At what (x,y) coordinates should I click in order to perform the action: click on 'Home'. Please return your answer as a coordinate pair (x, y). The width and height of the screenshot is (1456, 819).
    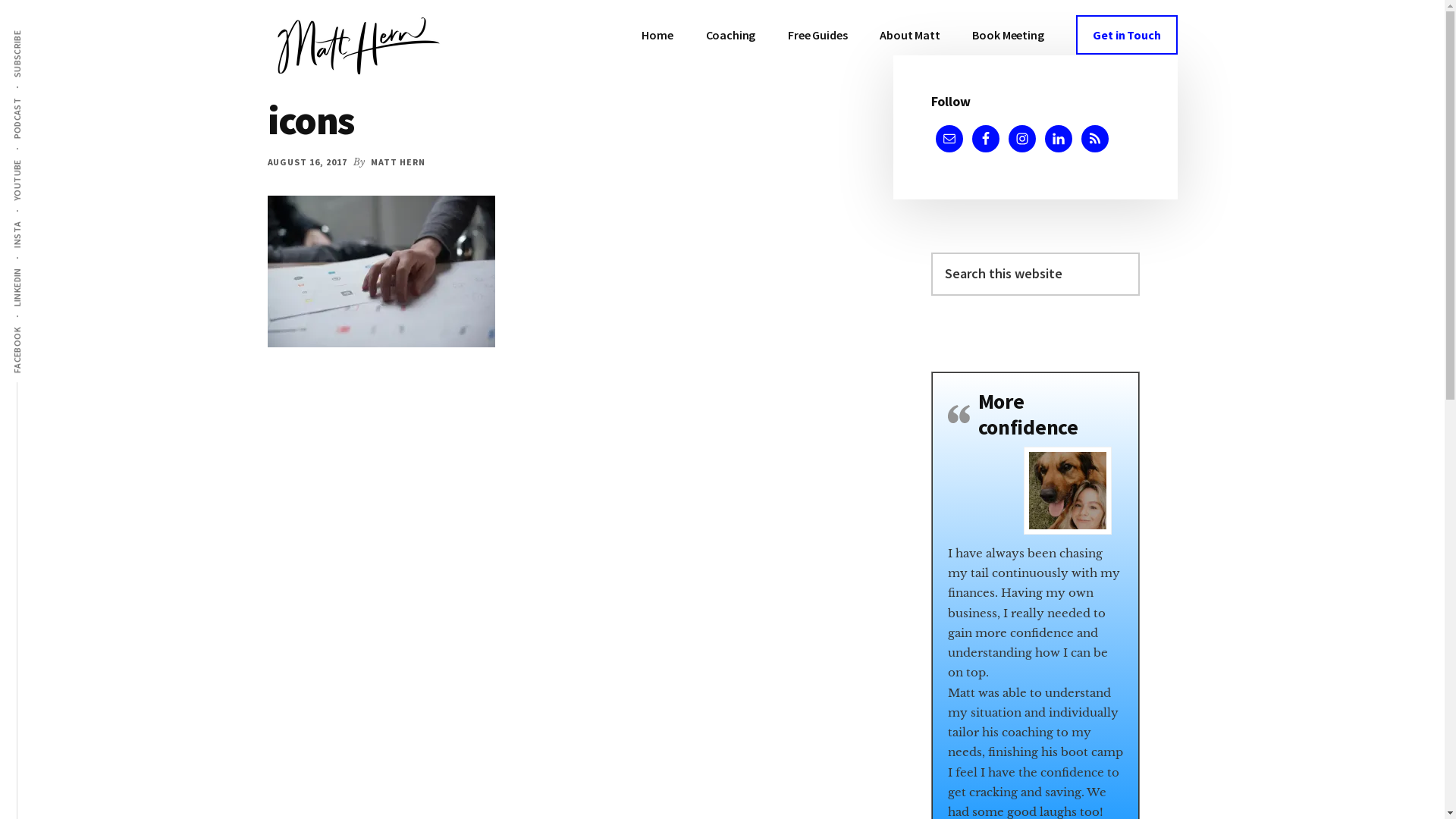
    Looking at the image, I should click on (657, 34).